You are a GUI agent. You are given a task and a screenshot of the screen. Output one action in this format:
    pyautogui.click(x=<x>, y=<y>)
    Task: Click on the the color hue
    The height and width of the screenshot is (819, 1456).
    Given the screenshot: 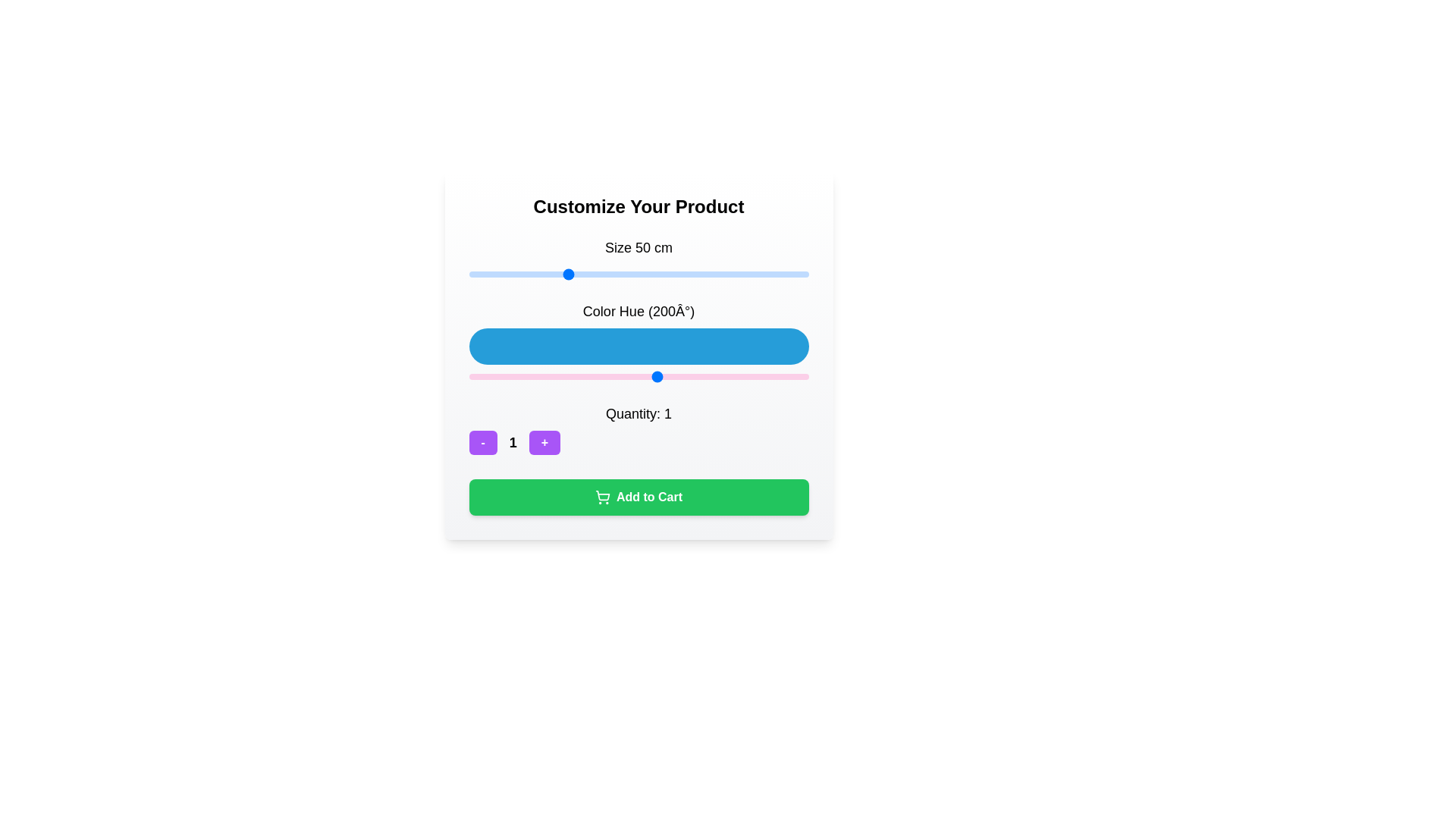 What is the action you would take?
    pyautogui.click(x=716, y=376)
    